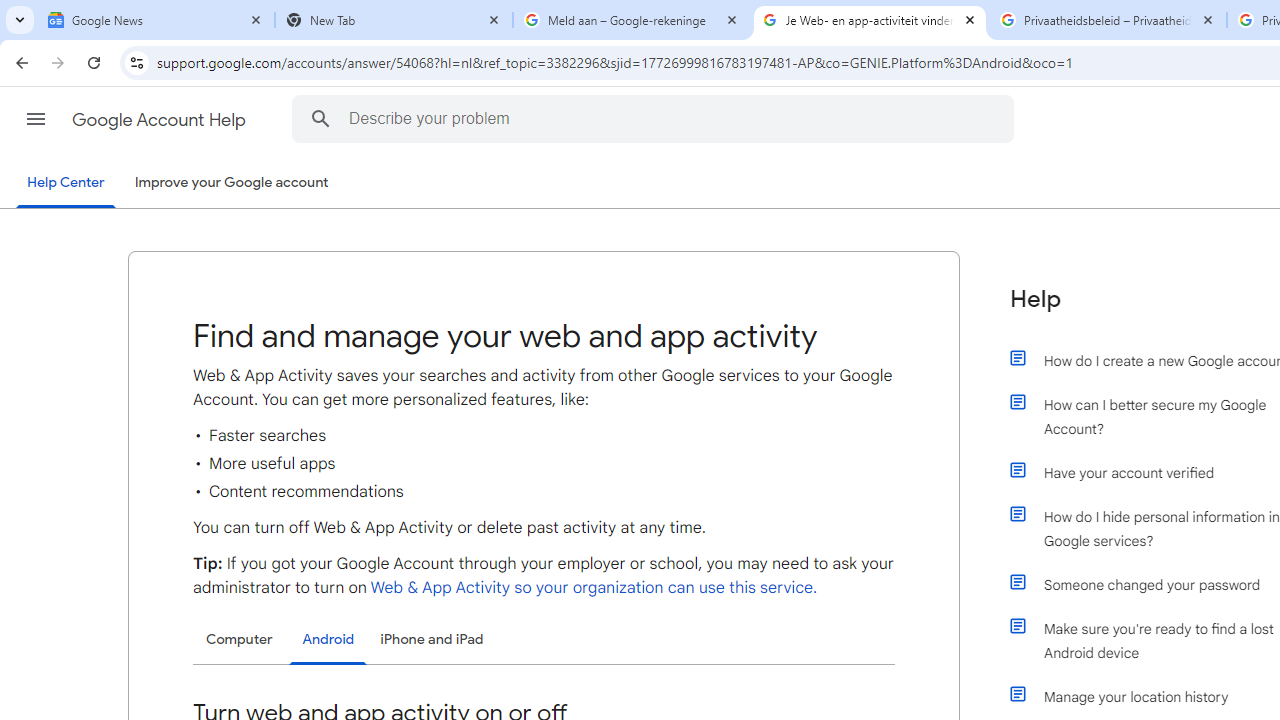 The image size is (1280, 720). What do you see at coordinates (19, 61) in the screenshot?
I see `'Back'` at bounding box center [19, 61].